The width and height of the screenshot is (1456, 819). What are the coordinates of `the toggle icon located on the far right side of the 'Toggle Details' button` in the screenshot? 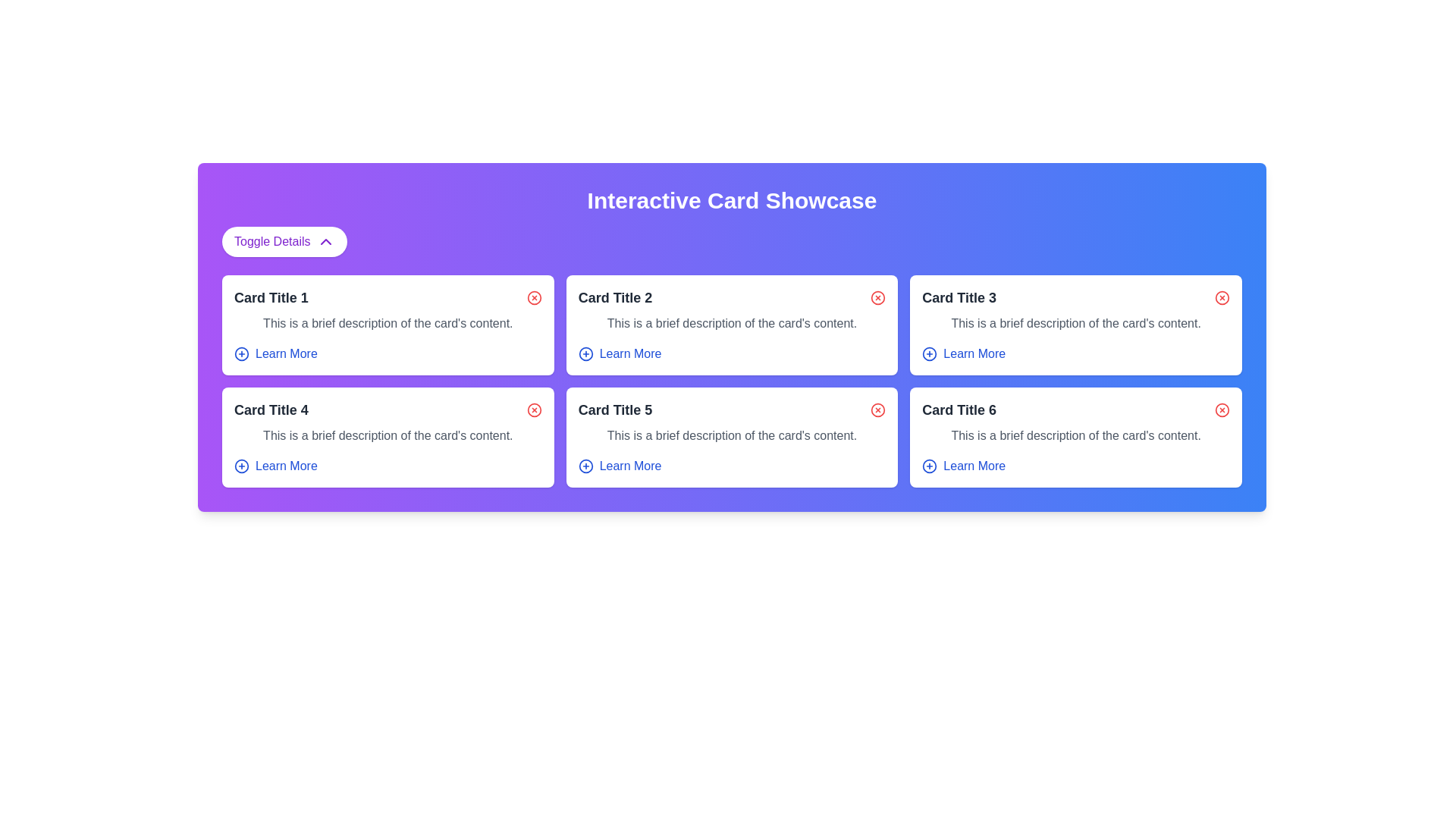 It's located at (325, 241).